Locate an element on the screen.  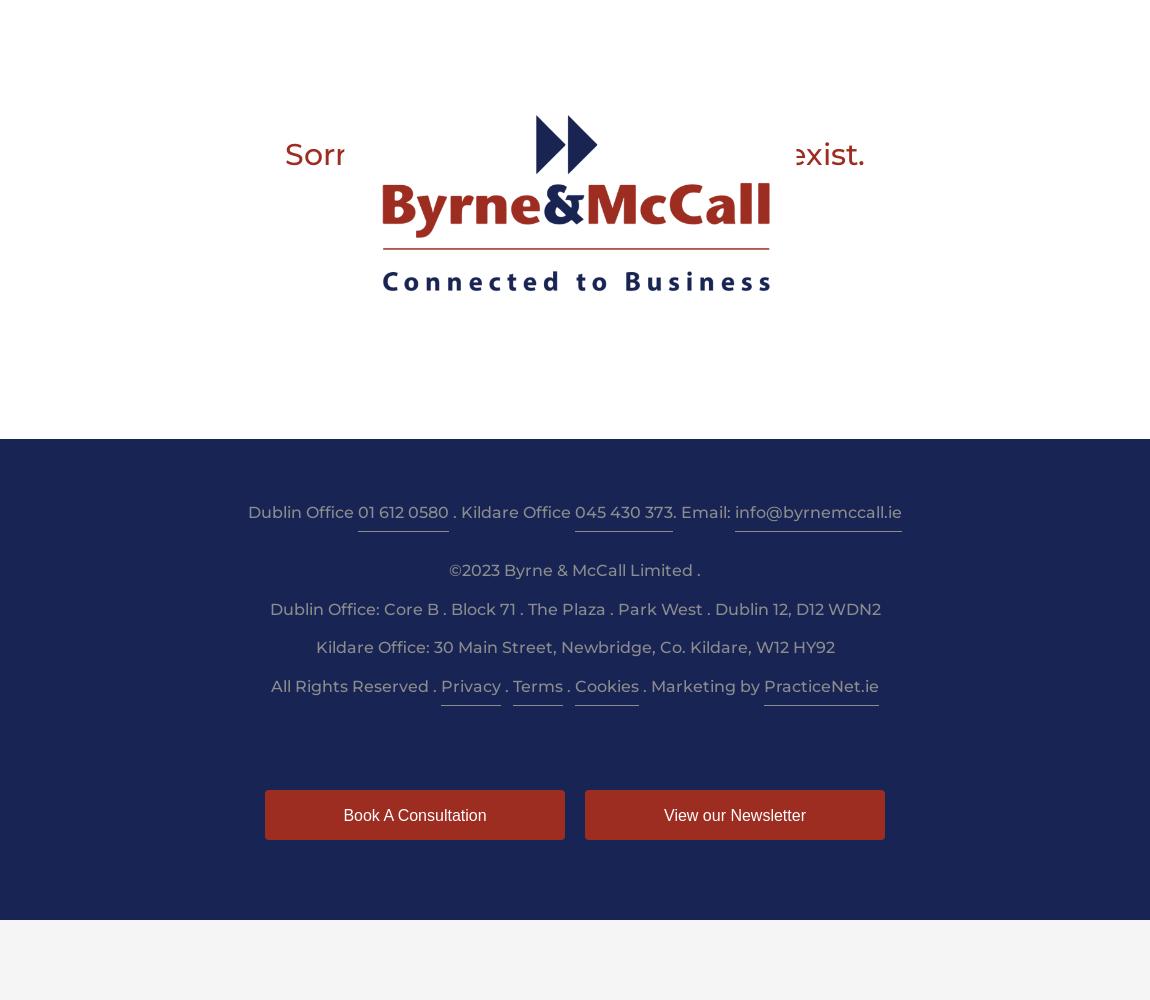
'Taxation' is located at coordinates (448, 31).